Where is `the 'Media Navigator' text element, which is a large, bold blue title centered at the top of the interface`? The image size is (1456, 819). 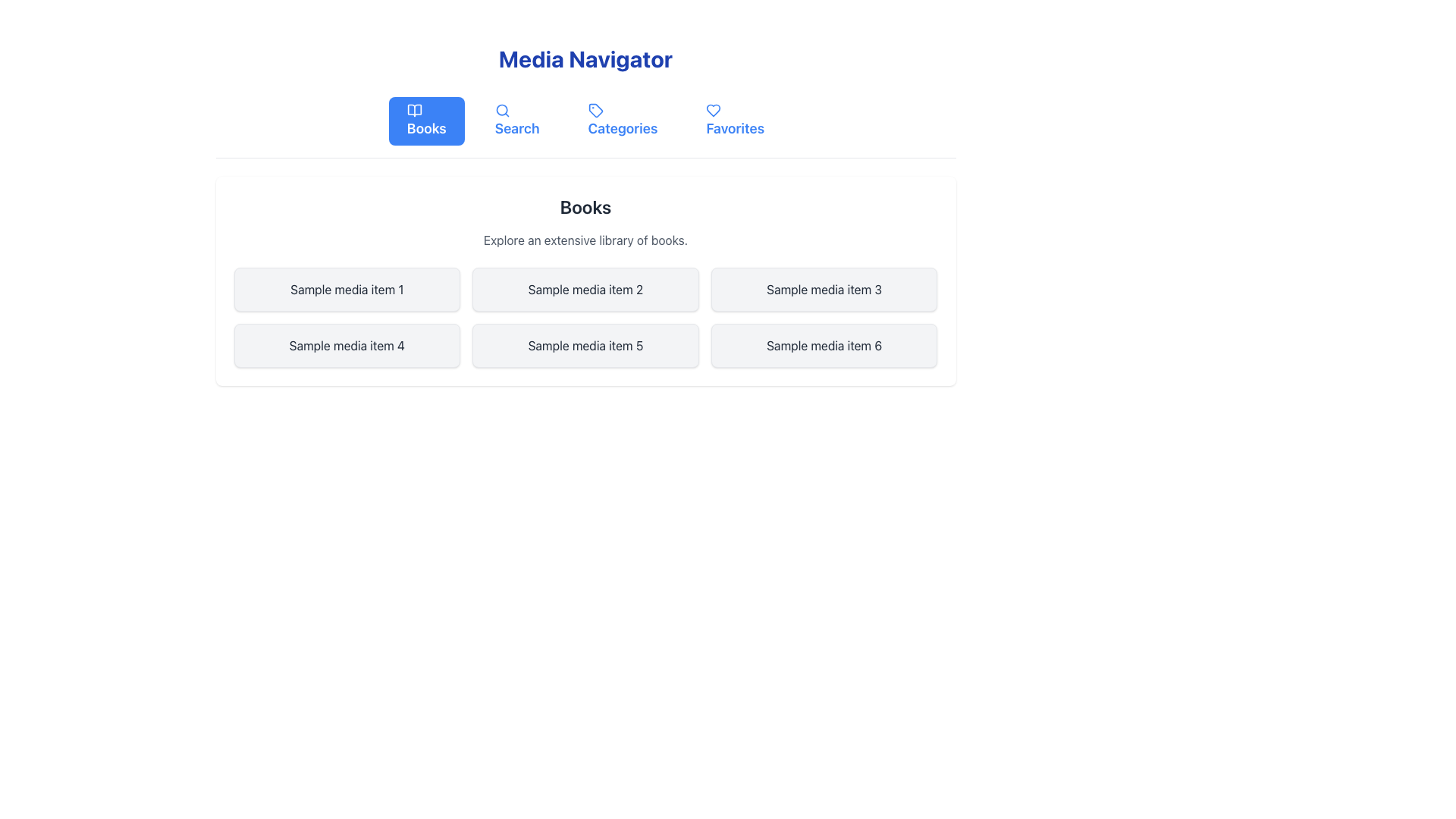 the 'Media Navigator' text element, which is a large, bold blue title centered at the top of the interface is located at coordinates (585, 58).